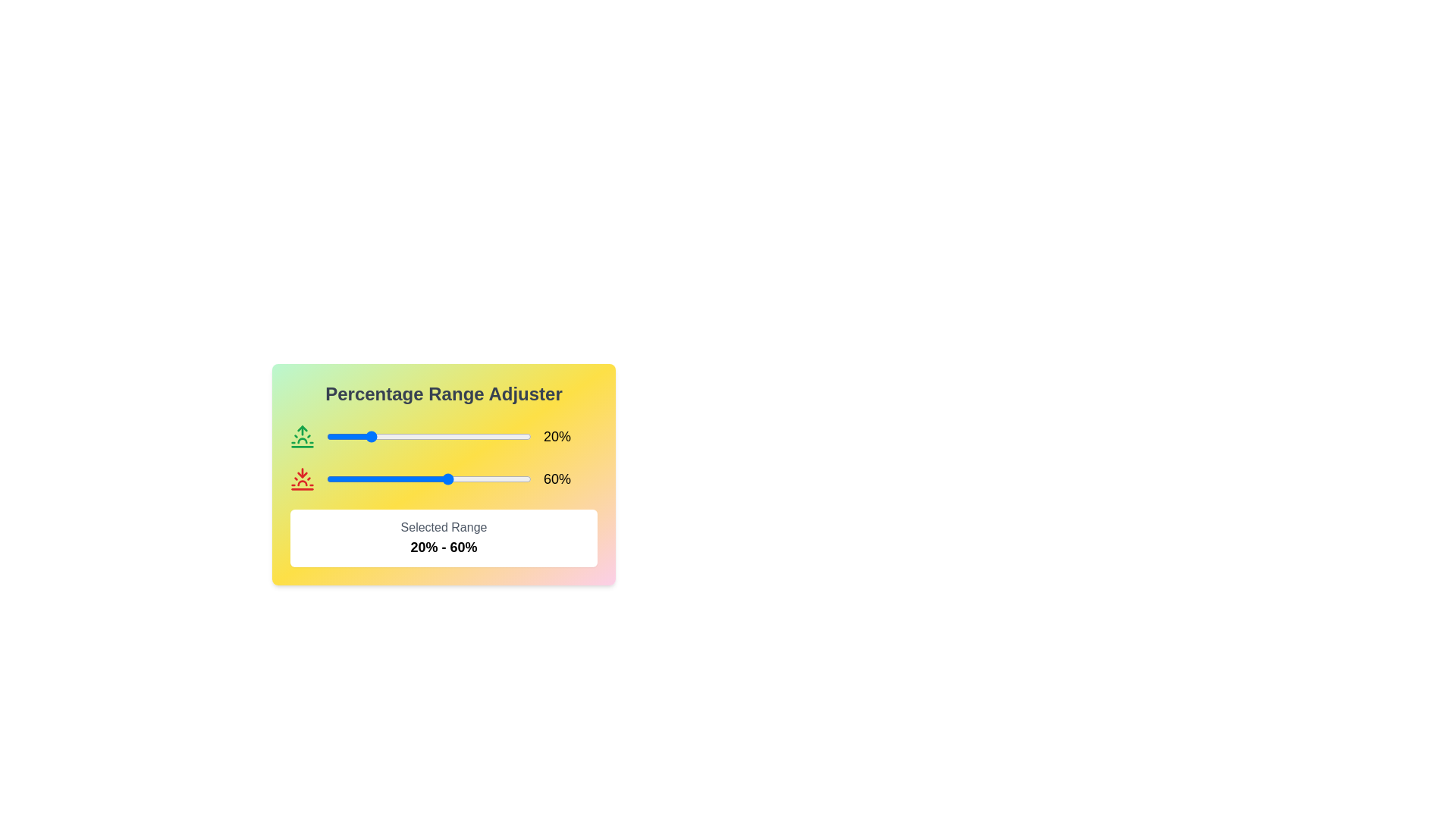 This screenshot has width=1456, height=819. I want to click on displayed percentage value from the static text label showing '20%' in bold, medium-sized sans-serif font, positioned to the right of a slider bar and above '60%', so click(556, 436).